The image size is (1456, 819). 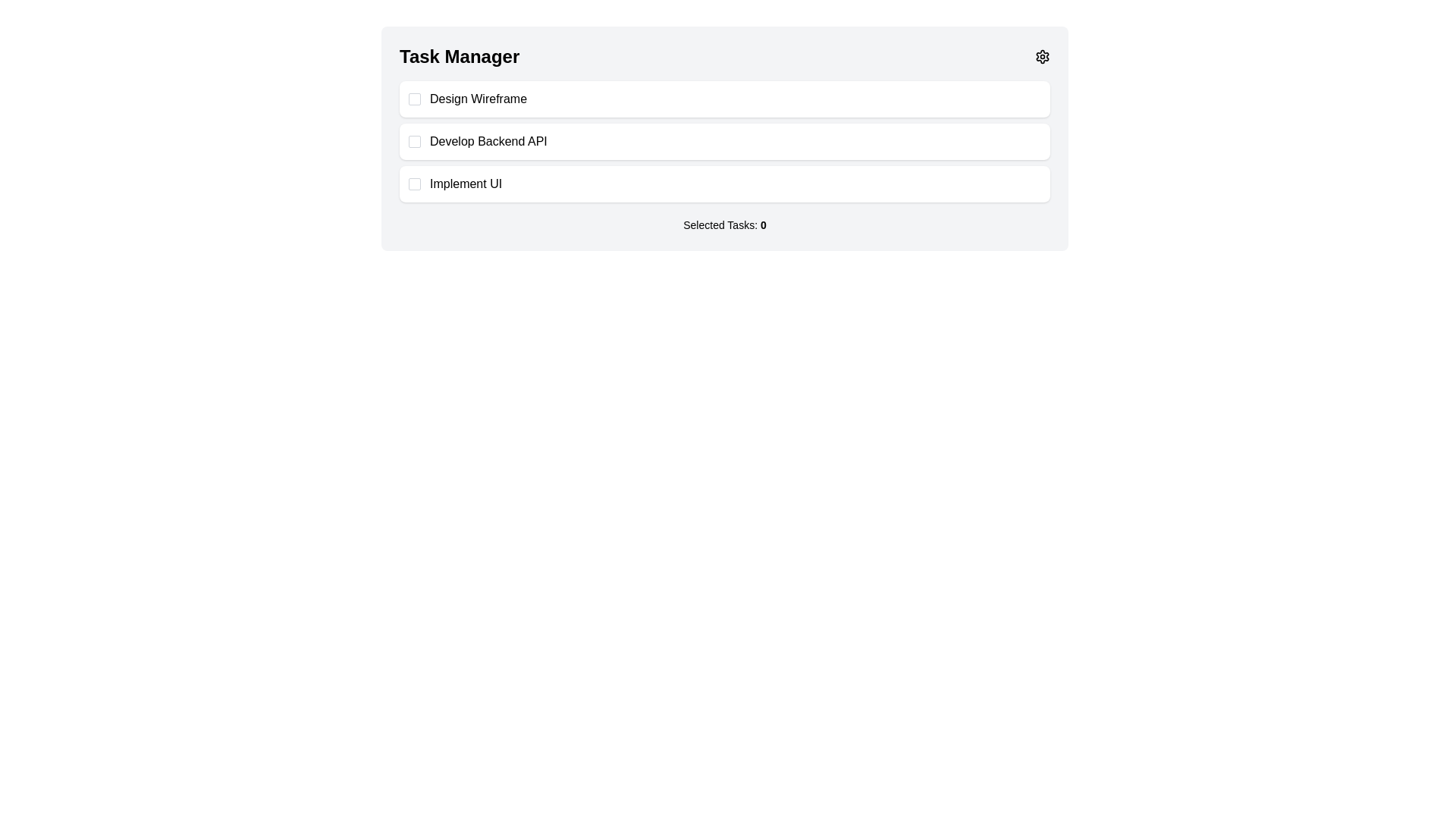 What do you see at coordinates (763, 225) in the screenshot?
I see `displayed text indicating the count of selected tasks from the text 'Selected Tasks: 0', located at the bottom of the Task Manager section` at bounding box center [763, 225].